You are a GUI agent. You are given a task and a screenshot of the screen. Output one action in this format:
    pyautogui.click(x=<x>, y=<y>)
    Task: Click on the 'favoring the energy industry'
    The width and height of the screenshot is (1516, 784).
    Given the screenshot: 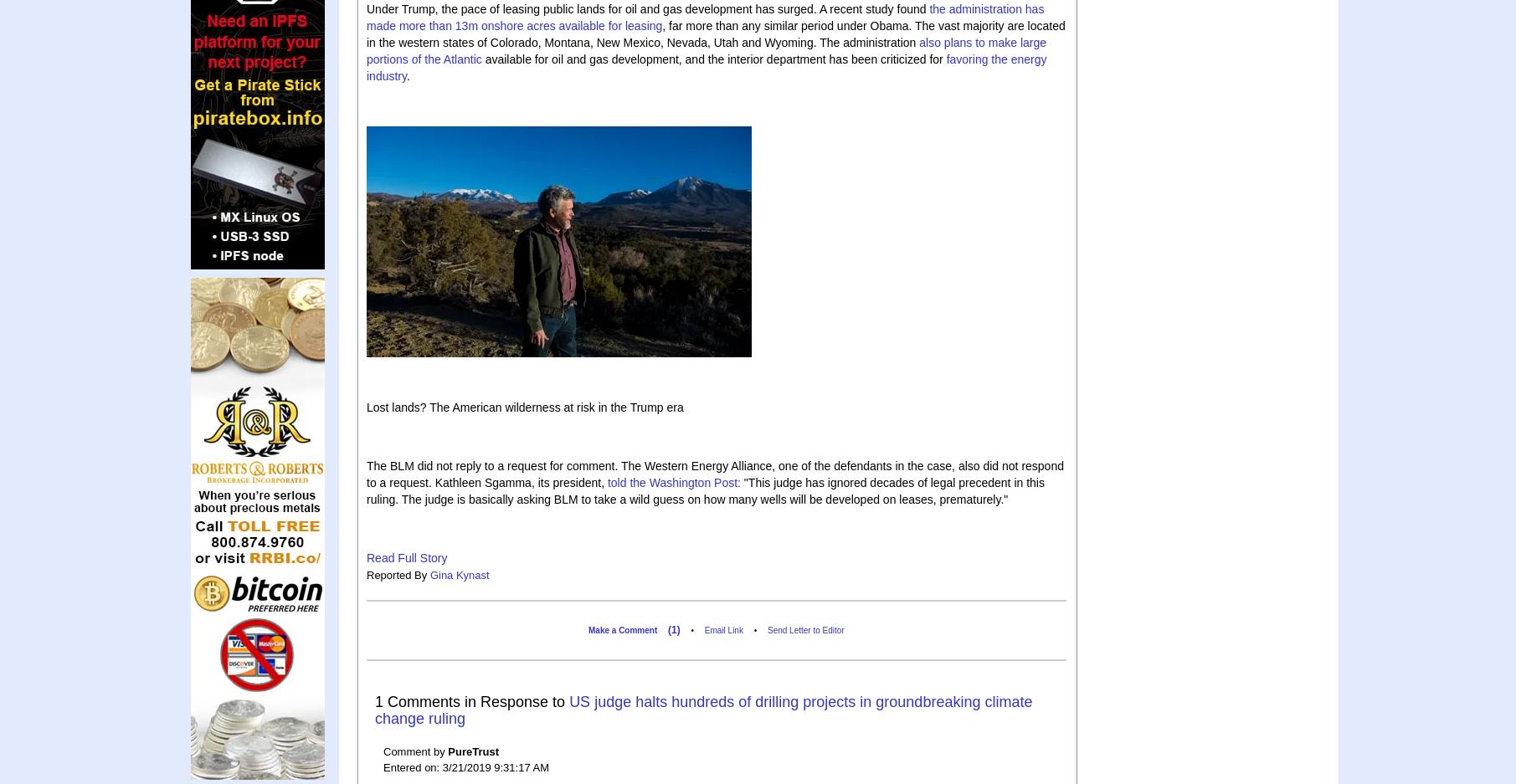 What is the action you would take?
    pyautogui.click(x=706, y=66)
    